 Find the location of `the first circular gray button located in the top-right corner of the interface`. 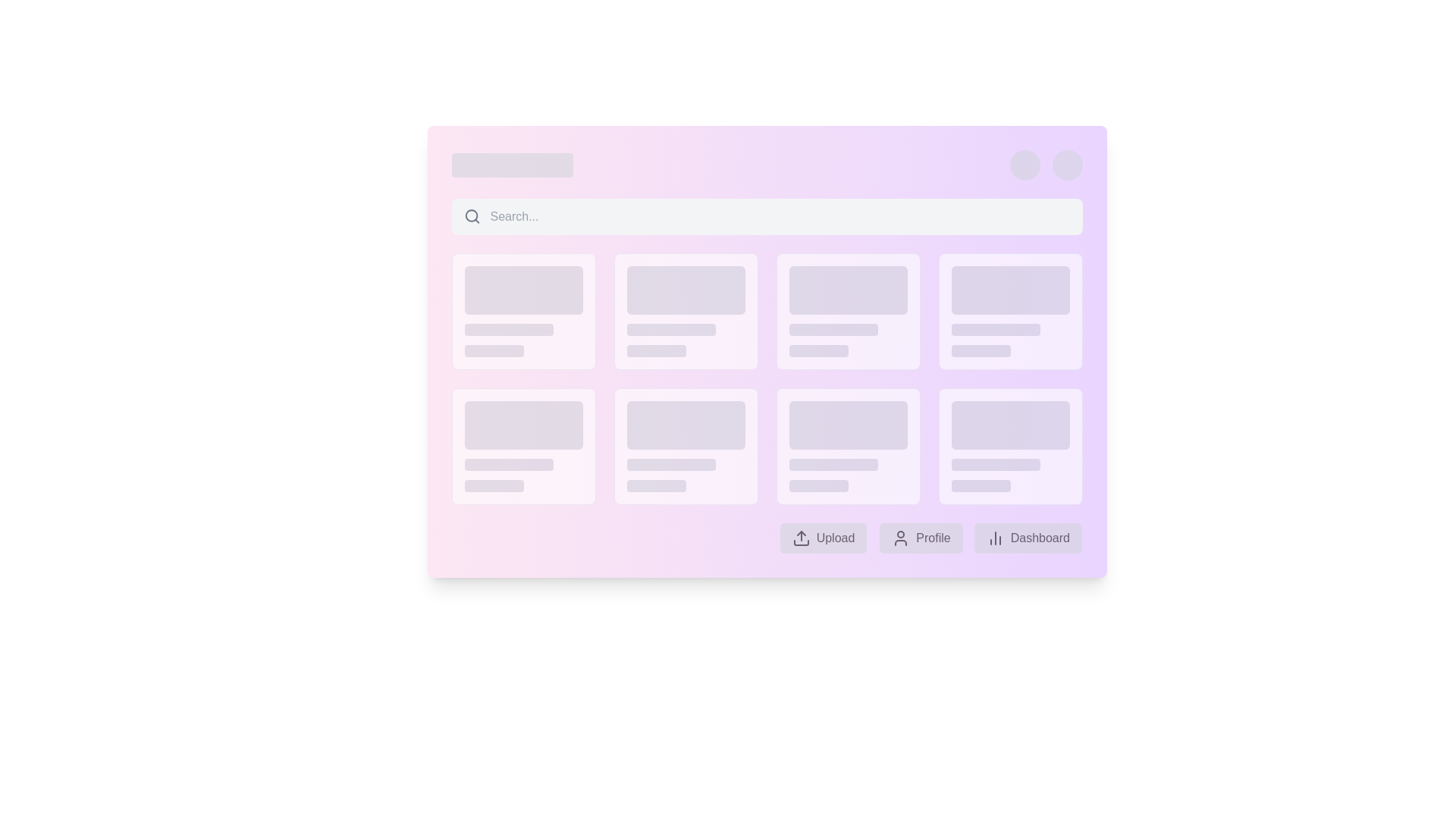

the first circular gray button located in the top-right corner of the interface is located at coordinates (1025, 165).